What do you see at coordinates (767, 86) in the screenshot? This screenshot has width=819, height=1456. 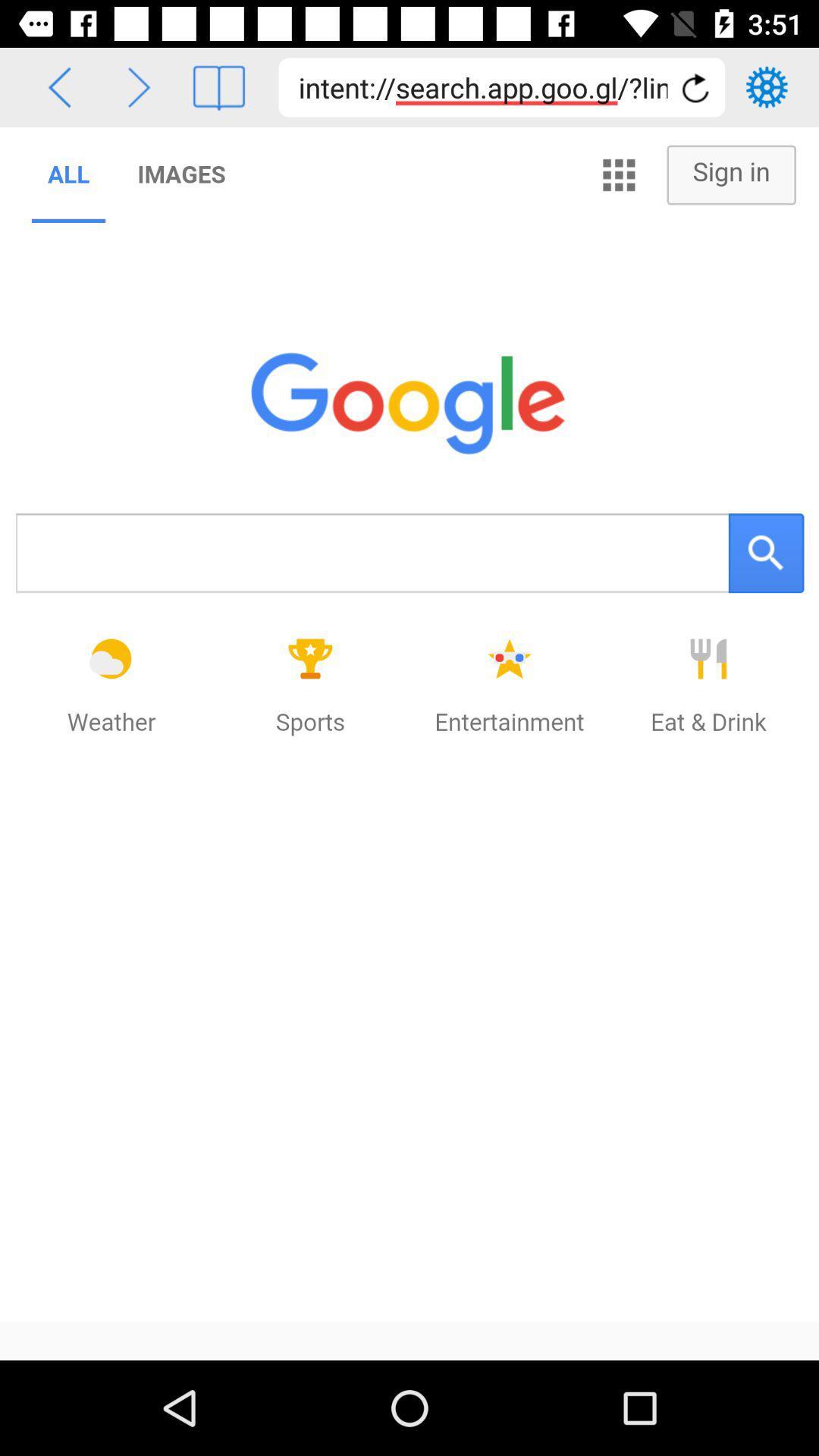 I see `settings` at bounding box center [767, 86].